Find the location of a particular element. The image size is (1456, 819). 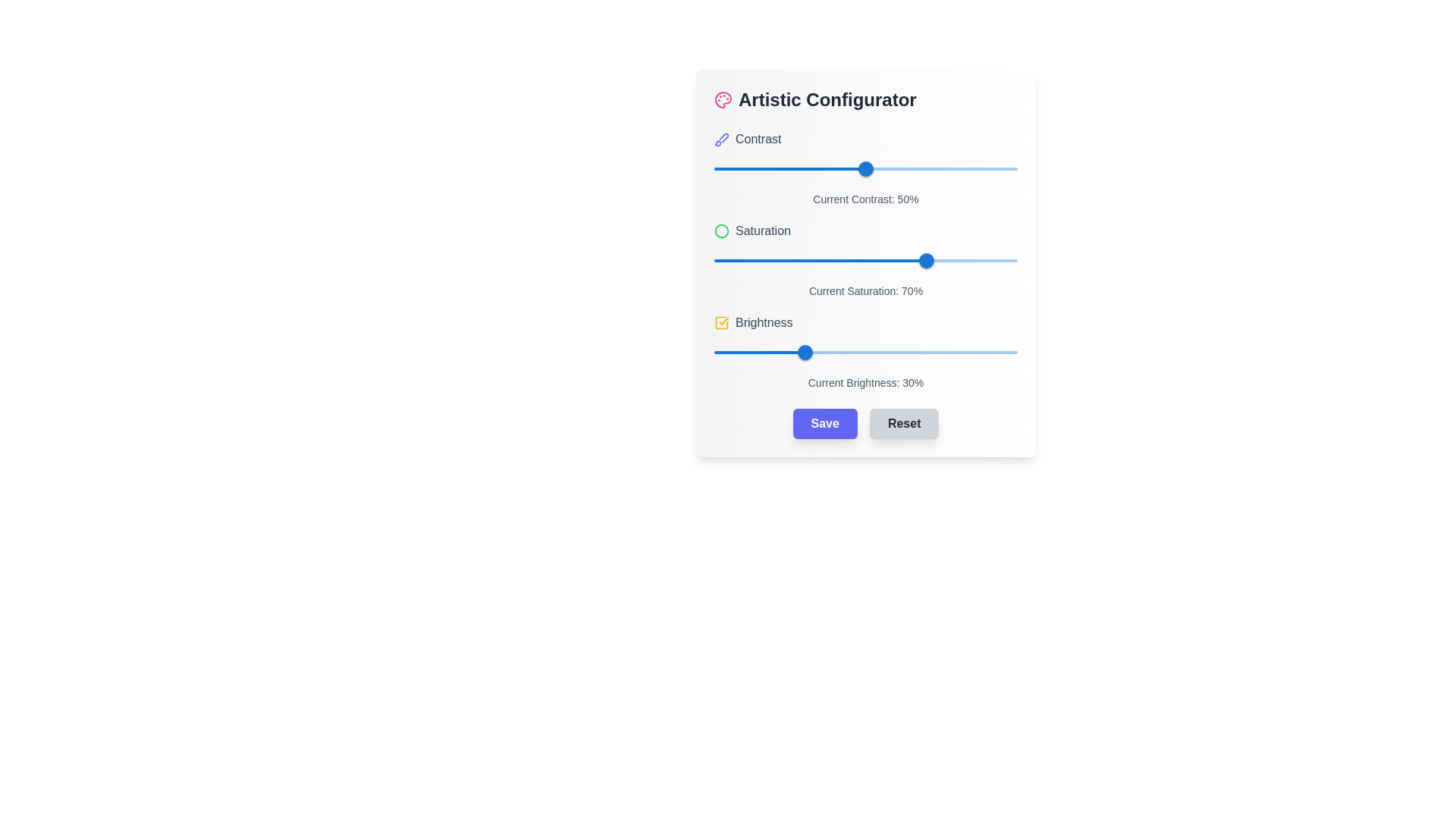

the brightness level is located at coordinates (825, 353).